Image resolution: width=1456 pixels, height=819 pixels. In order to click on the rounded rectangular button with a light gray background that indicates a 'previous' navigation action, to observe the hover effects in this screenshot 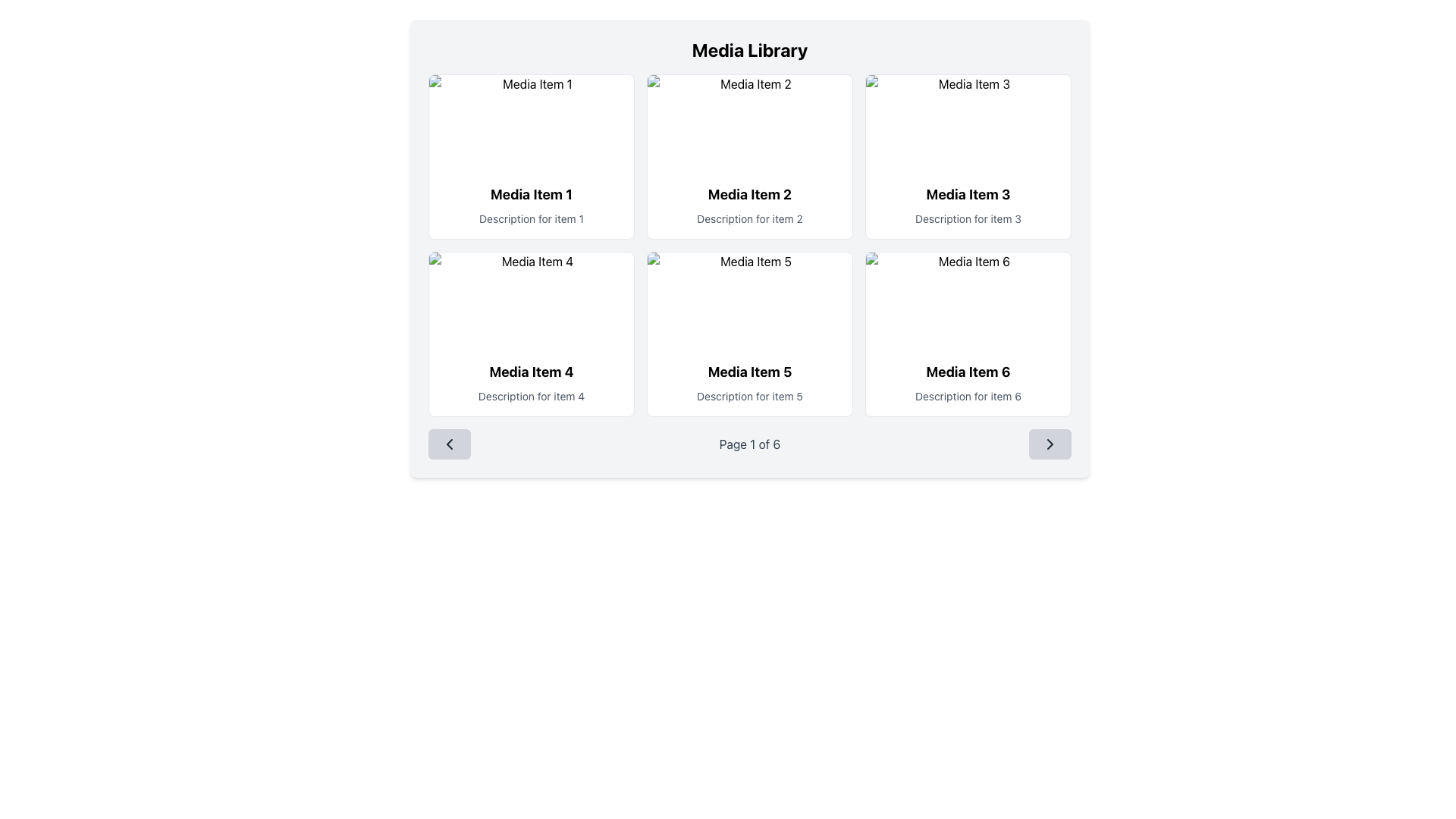, I will do `click(449, 444)`.